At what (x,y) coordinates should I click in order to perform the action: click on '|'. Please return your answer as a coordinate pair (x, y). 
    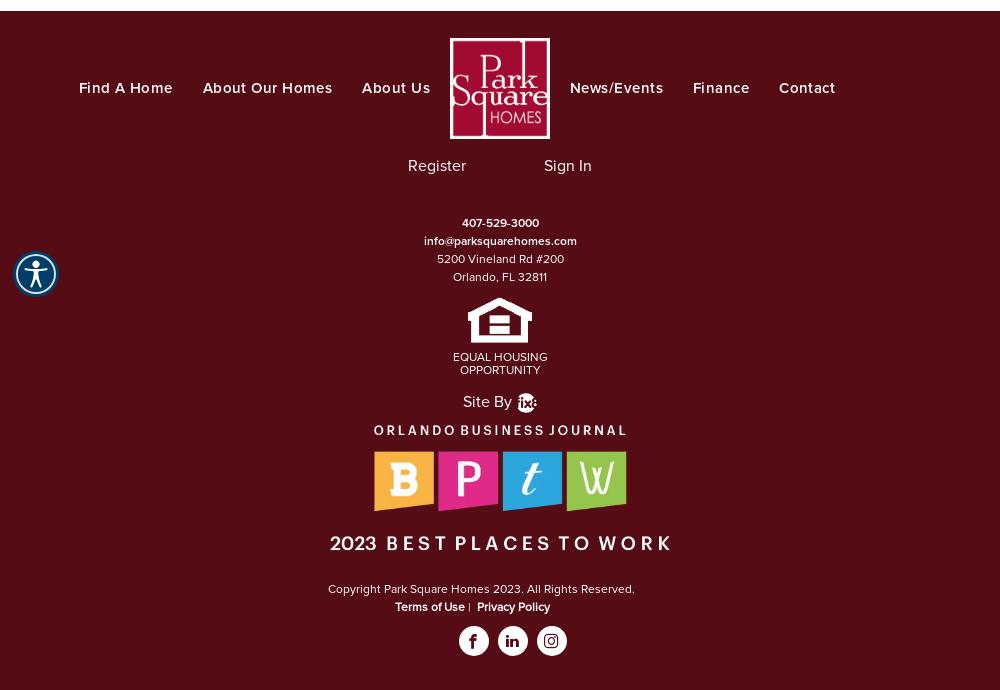
    Looking at the image, I should click on (470, 605).